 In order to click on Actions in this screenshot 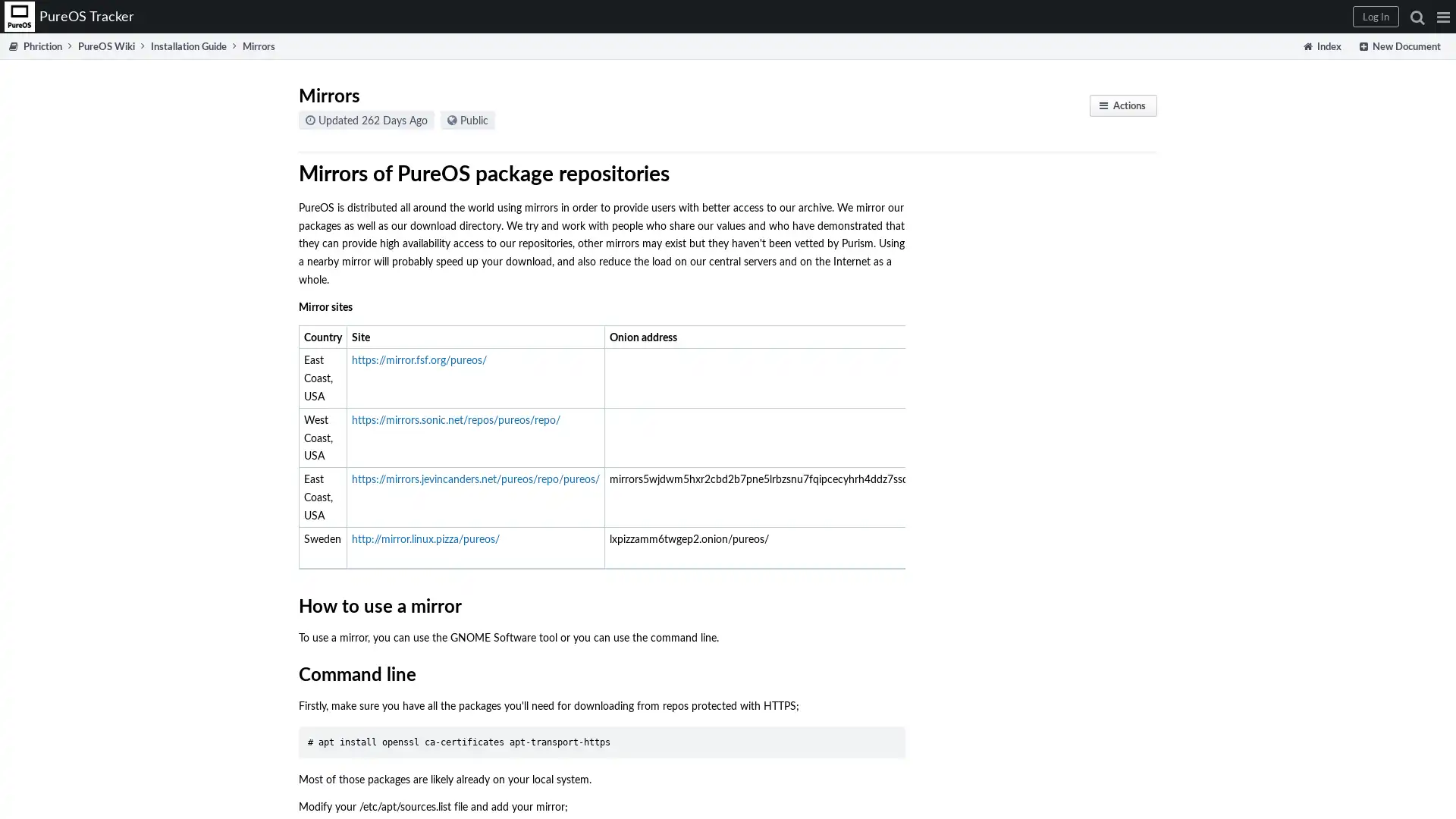, I will do `click(1123, 105)`.